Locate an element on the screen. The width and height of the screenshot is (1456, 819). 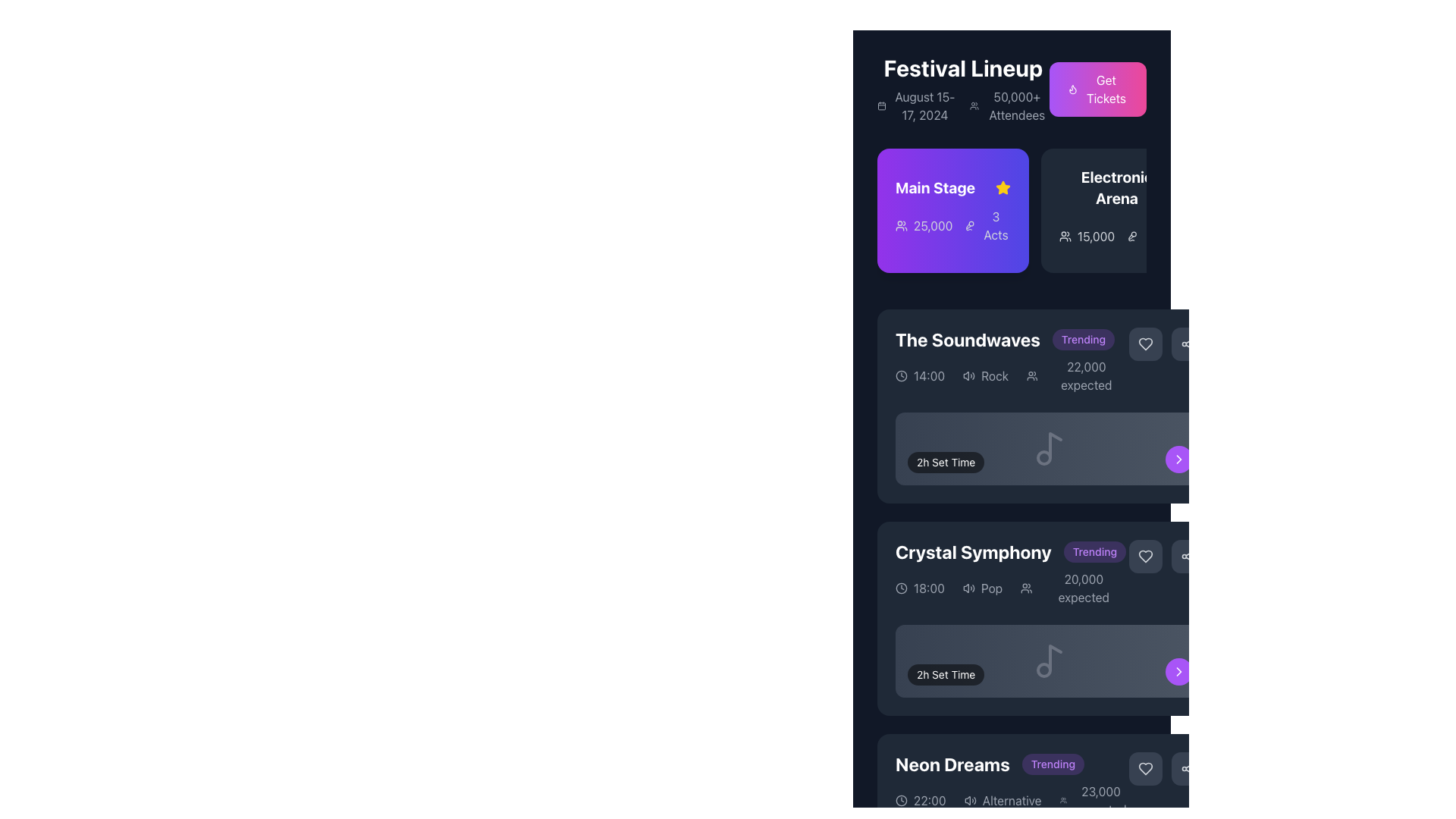
the clock icon displaying the time '18:00' to associate it with the event details in the 'Crystal Symphony' card is located at coordinates (919, 587).